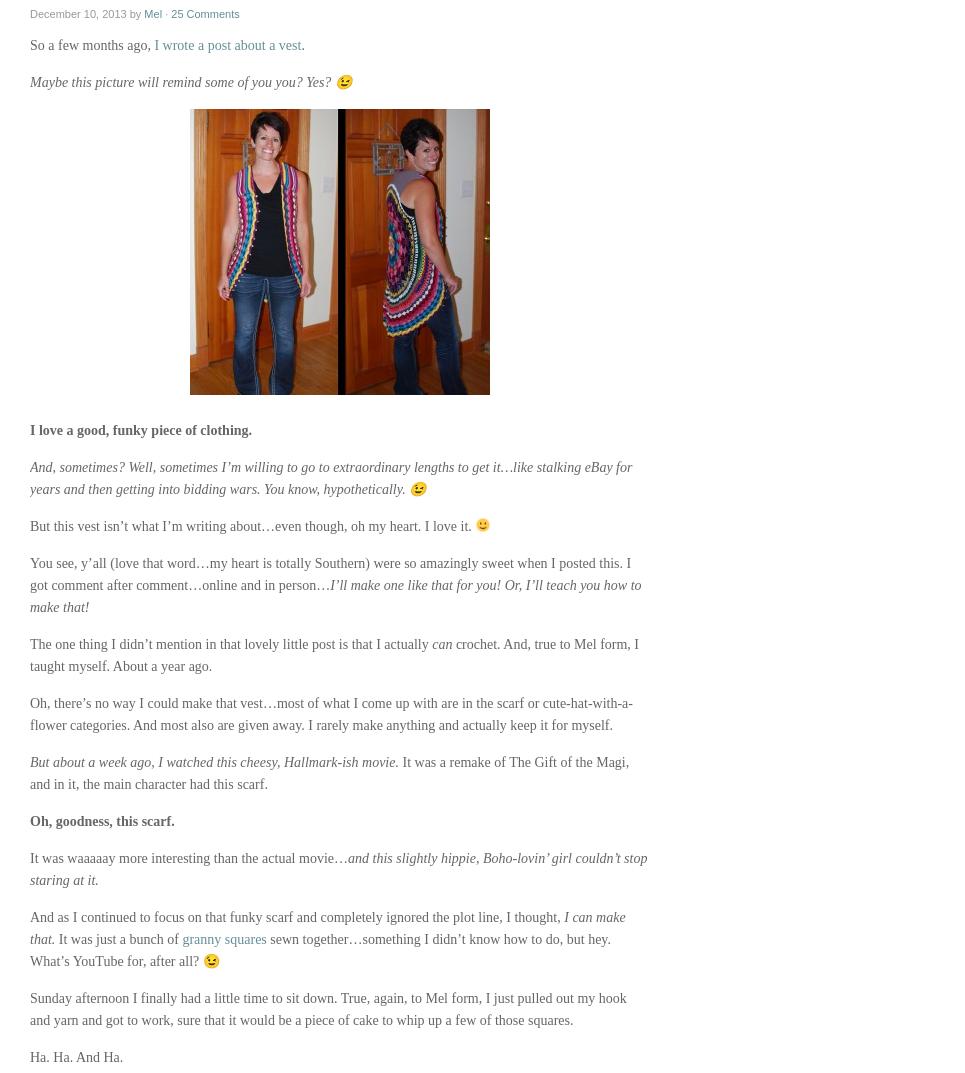 This screenshot has height=1073, width=965. I want to click on 'I love a good, funky piece of clothing.', so click(140, 430).